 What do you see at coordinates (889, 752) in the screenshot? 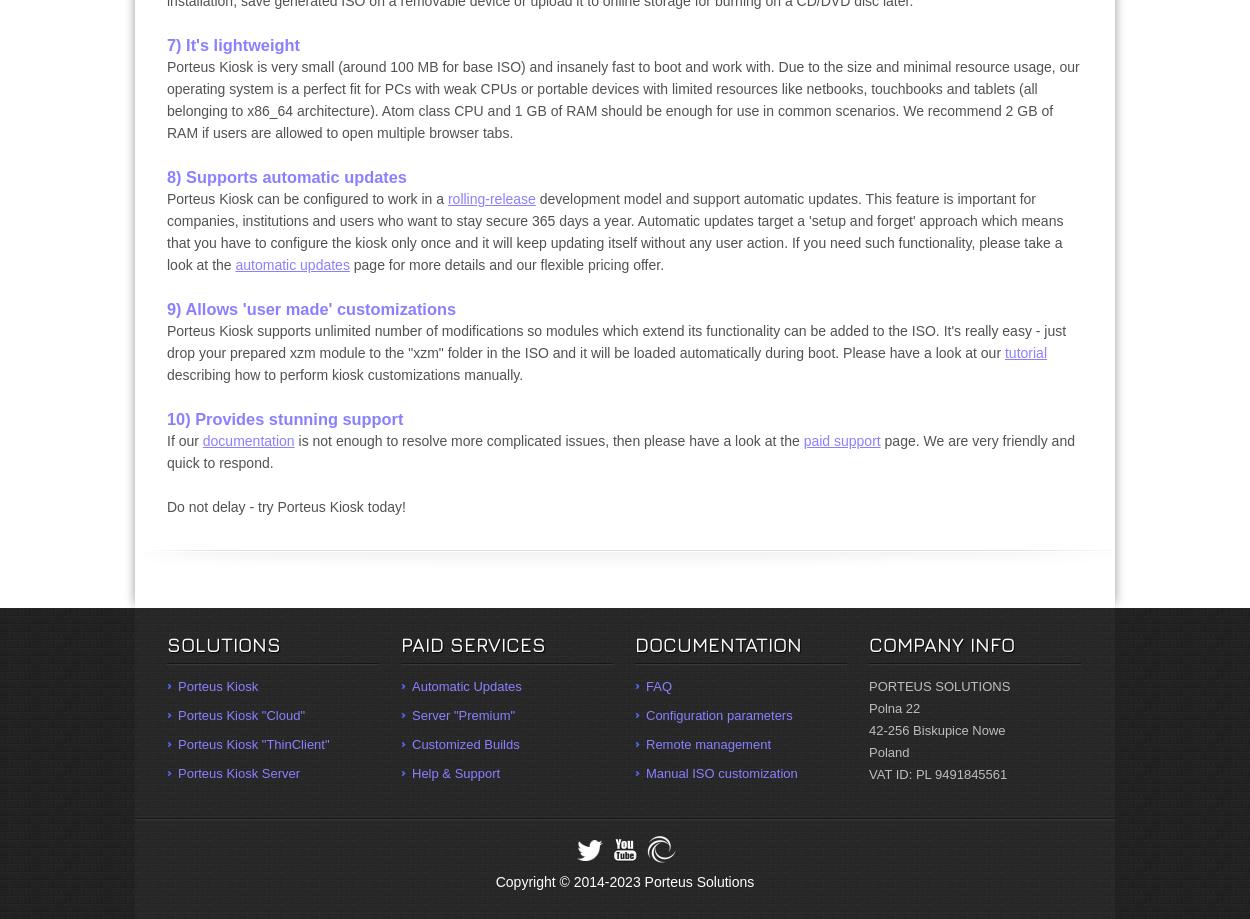
I see `'Poland'` at bounding box center [889, 752].